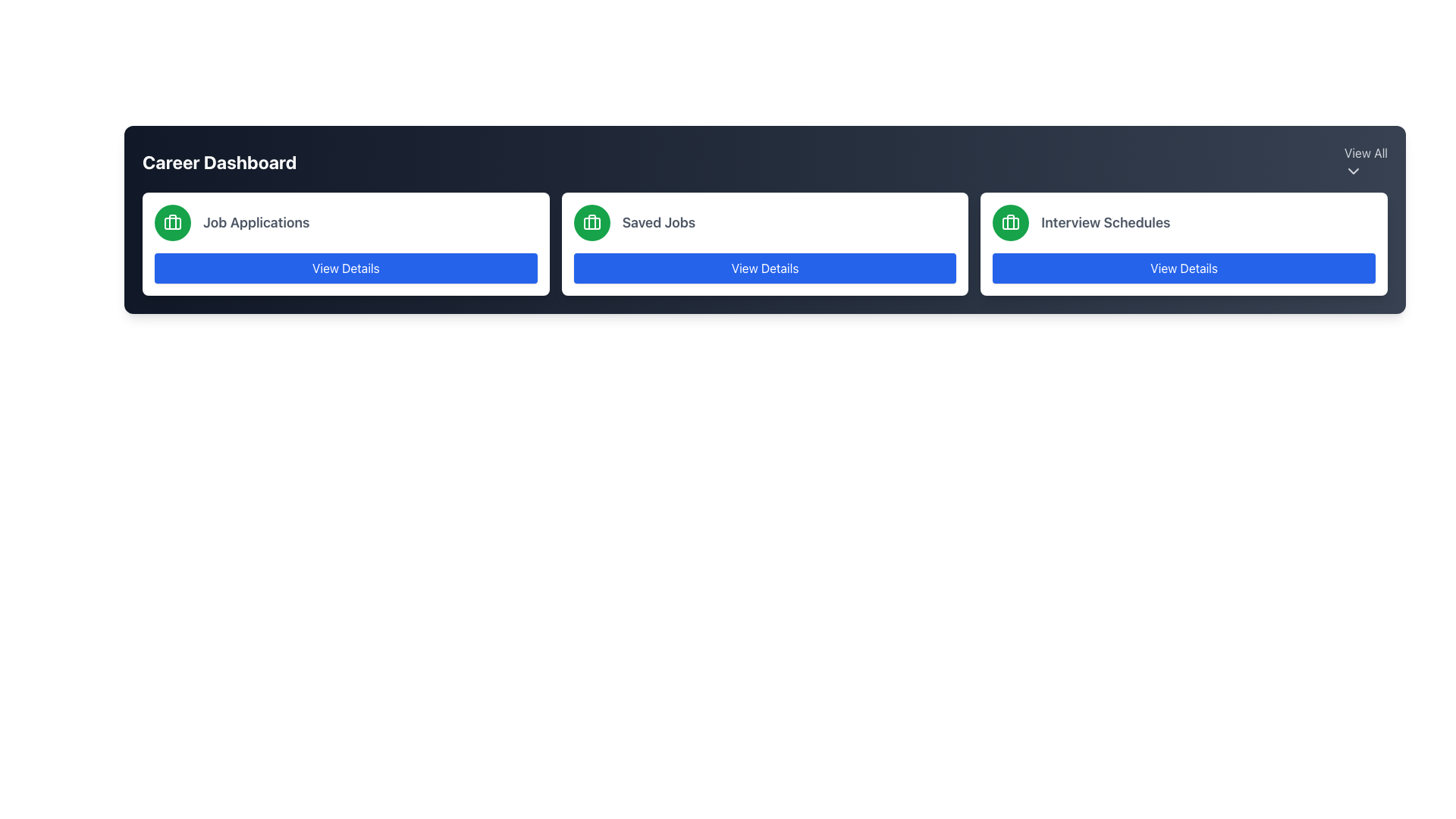 This screenshot has height=819, width=1456. I want to click on the briefcase icon with a green circular background in the 'Interview Schedules' section, so click(1011, 222).